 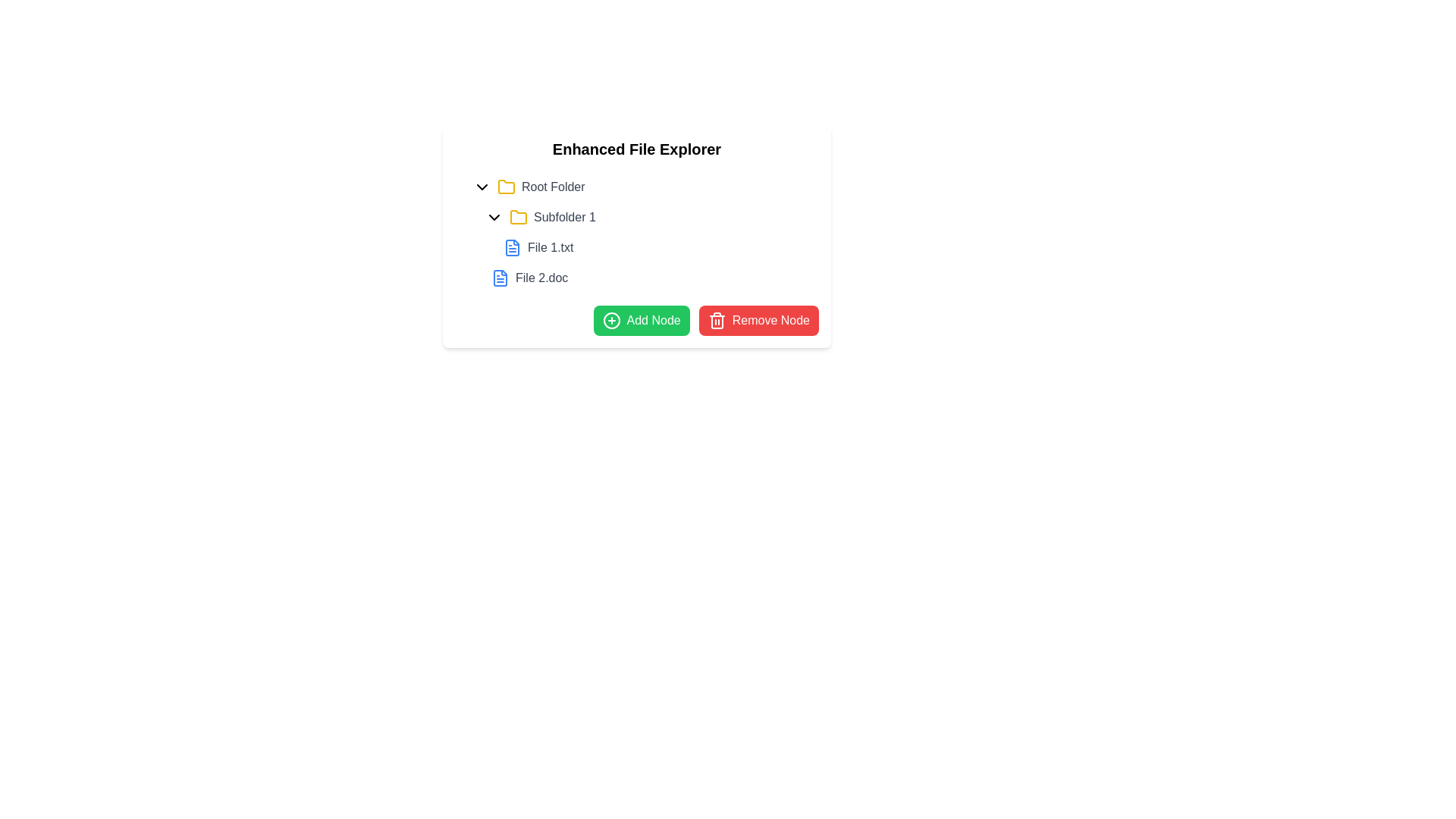 What do you see at coordinates (641, 320) in the screenshot?
I see `the 'Add Node' button located at the bottom-right corner of the 'Enhanced File Explorer' card widget to insert a new node into the list` at bounding box center [641, 320].